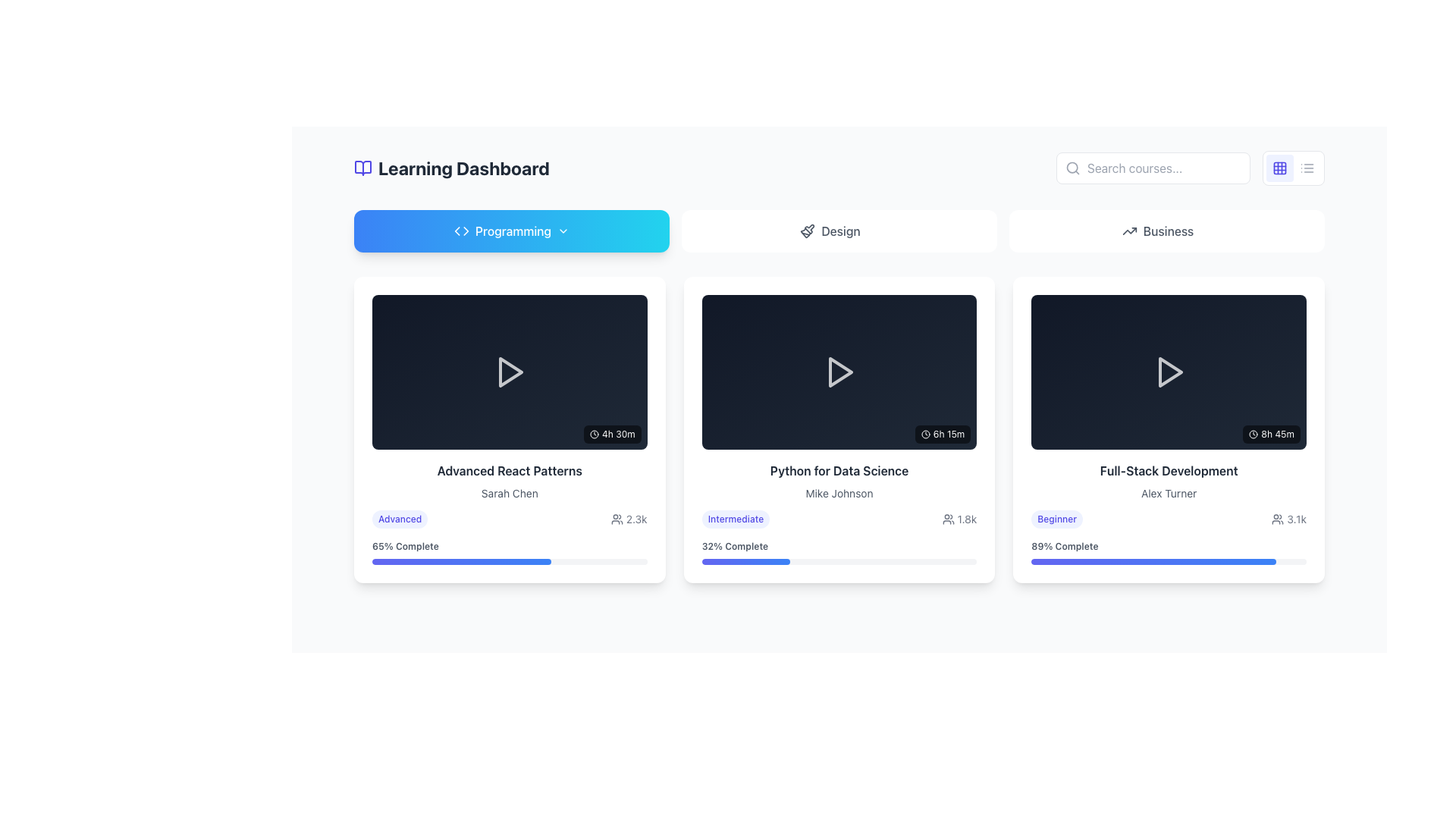  I want to click on the paintbrush icon located in the center of the top navigation menu, positioned between the 'Programming' and 'Business' sections, so click(808, 229).